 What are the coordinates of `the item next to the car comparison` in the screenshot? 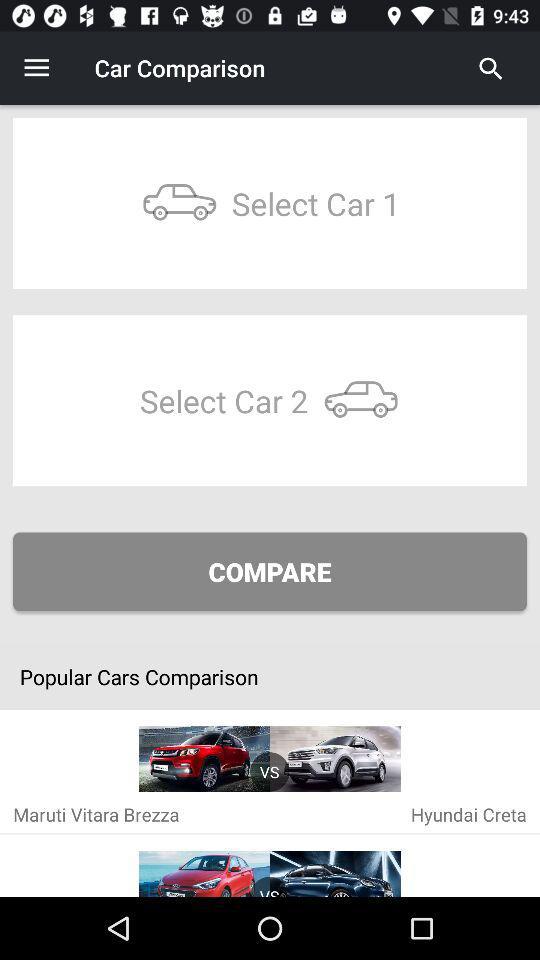 It's located at (490, 68).